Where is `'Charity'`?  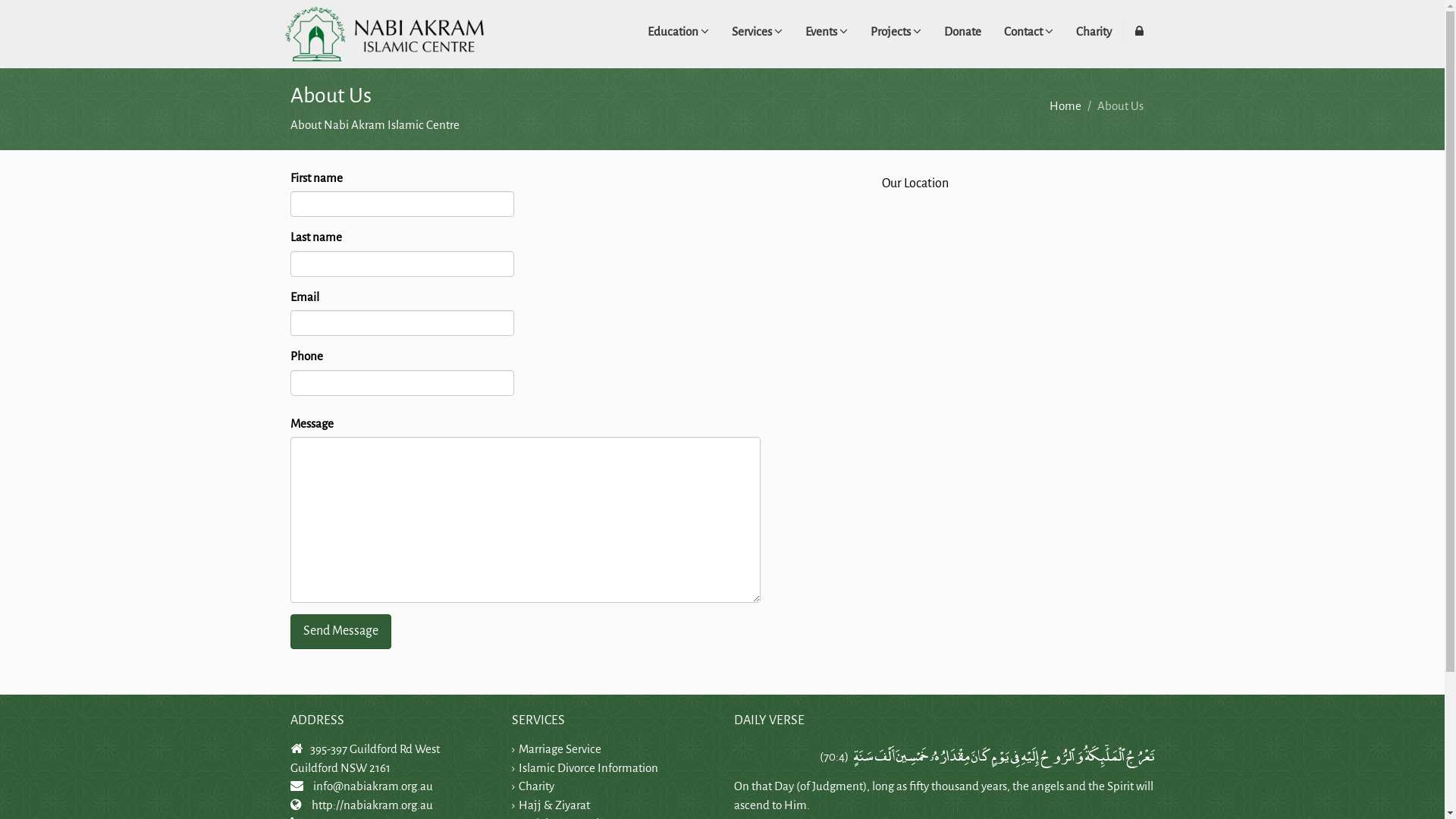 'Charity' is located at coordinates (1094, 32).